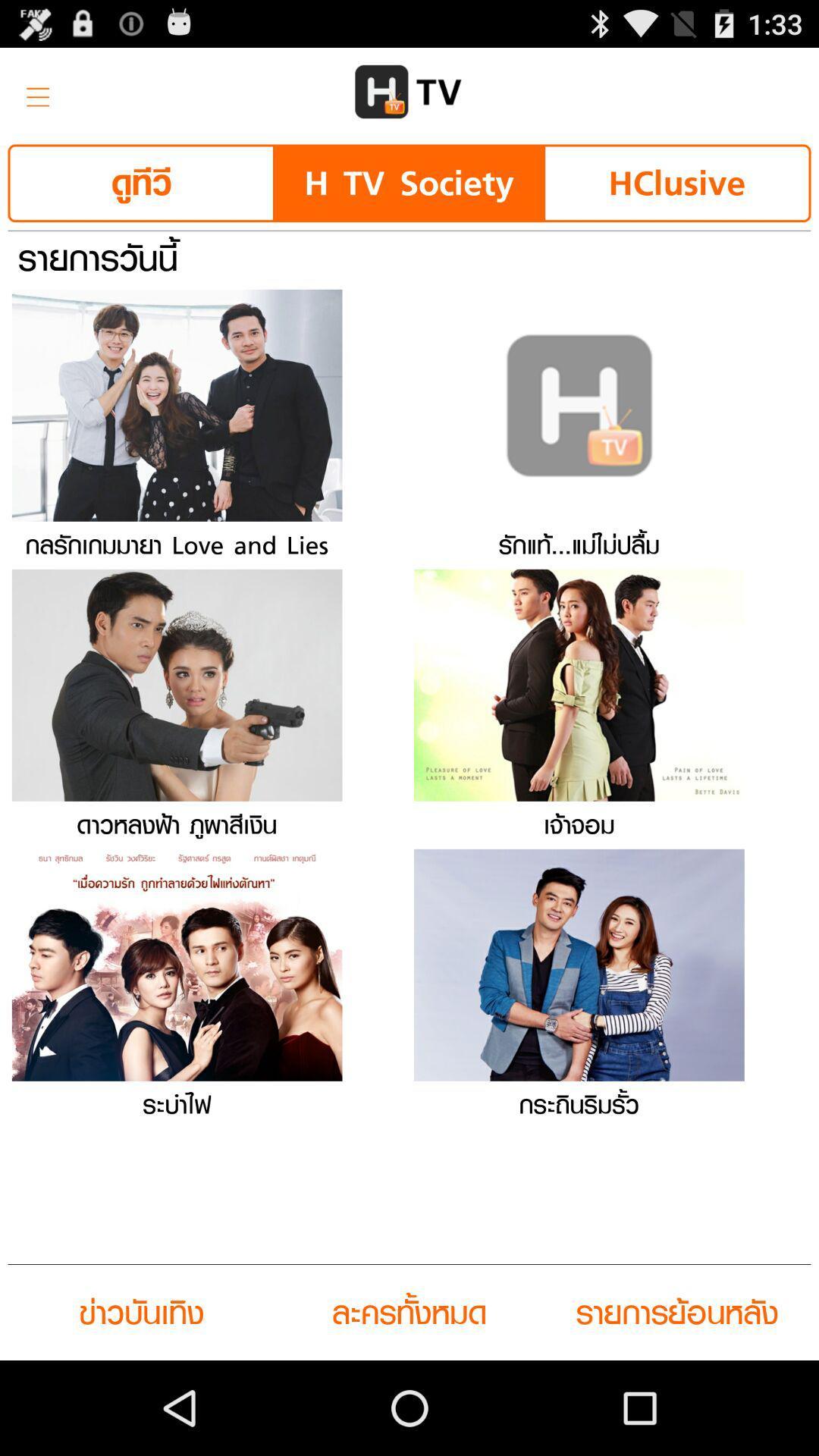 This screenshot has height=1456, width=819. What do you see at coordinates (676, 182) in the screenshot?
I see `item to the right of the h tv society item` at bounding box center [676, 182].